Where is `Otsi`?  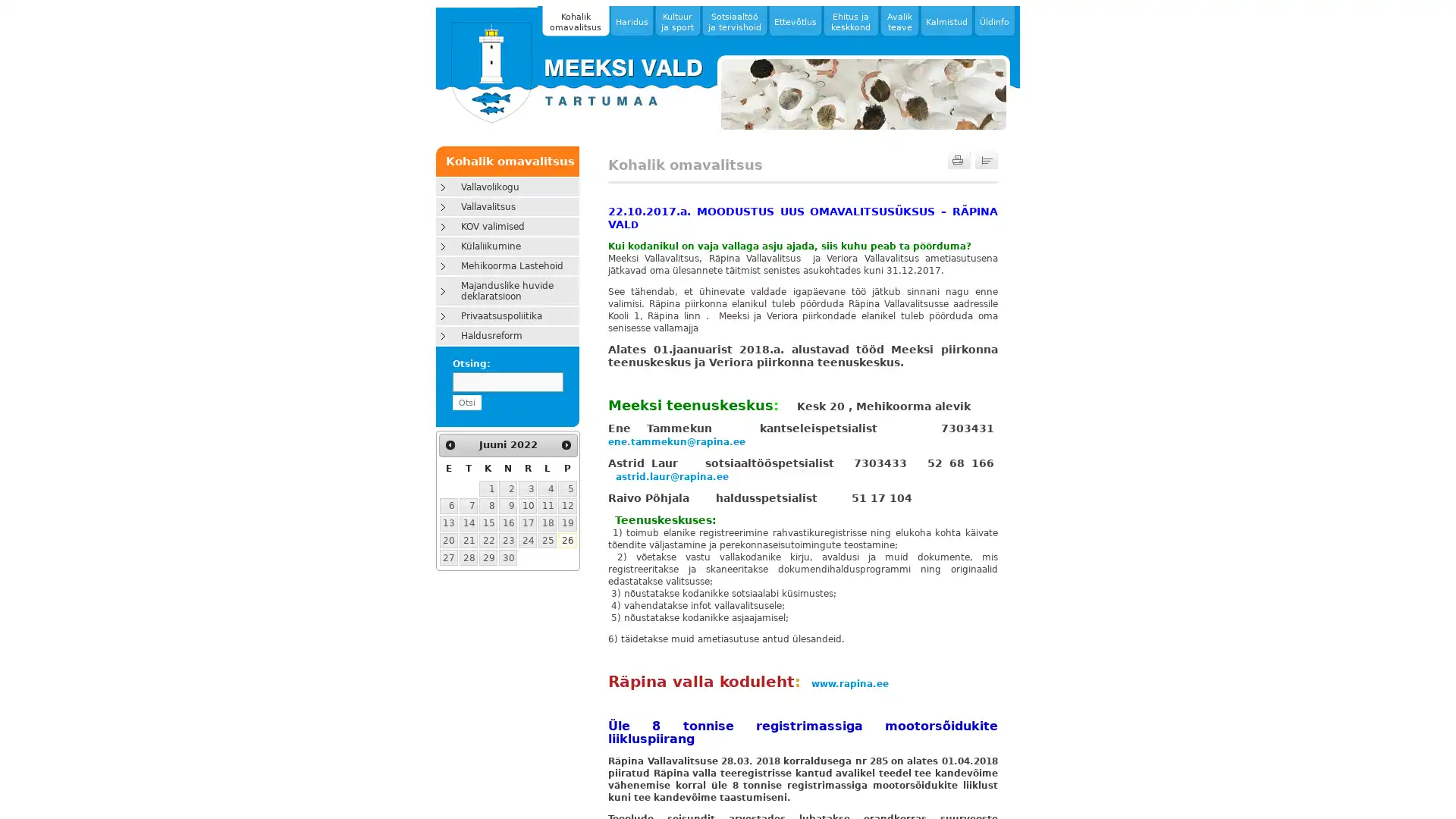
Otsi is located at coordinates (465, 402).